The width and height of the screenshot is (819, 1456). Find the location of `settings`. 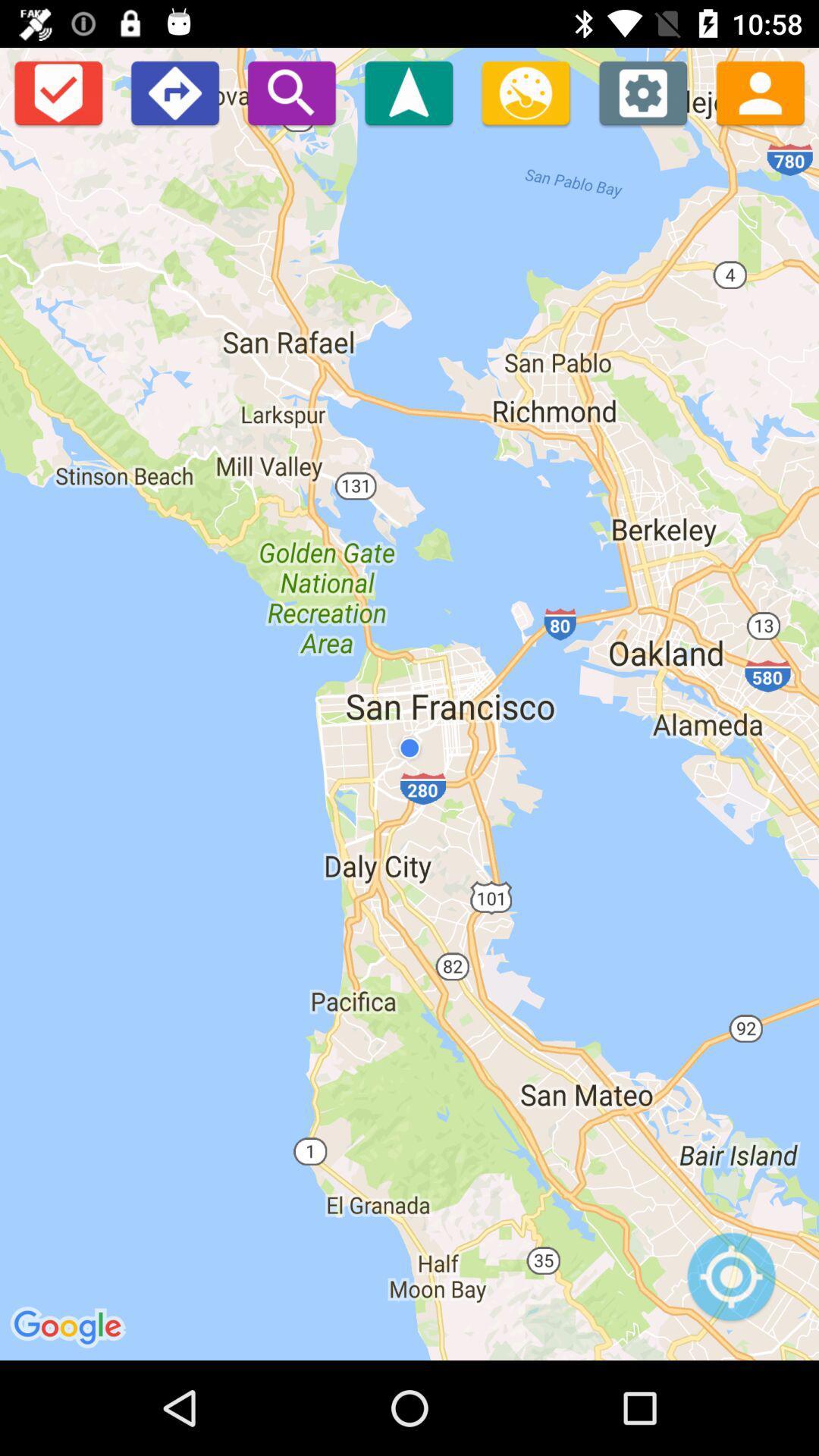

settings is located at coordinates (643, 92).